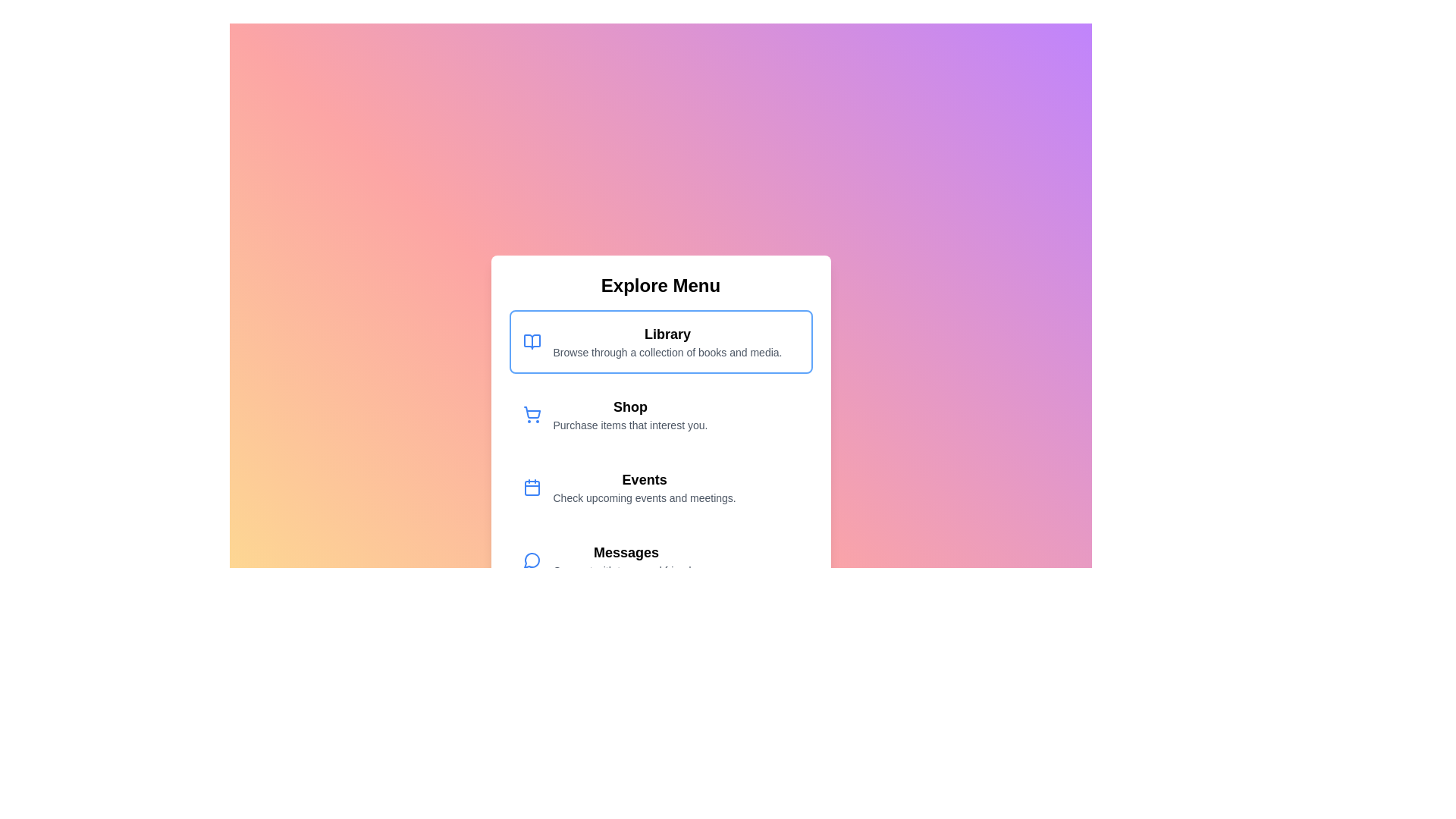 This screenshot has width=1456, height=819. I want to click on the menu option Shop to observe its hover effect, so click(661, 415).